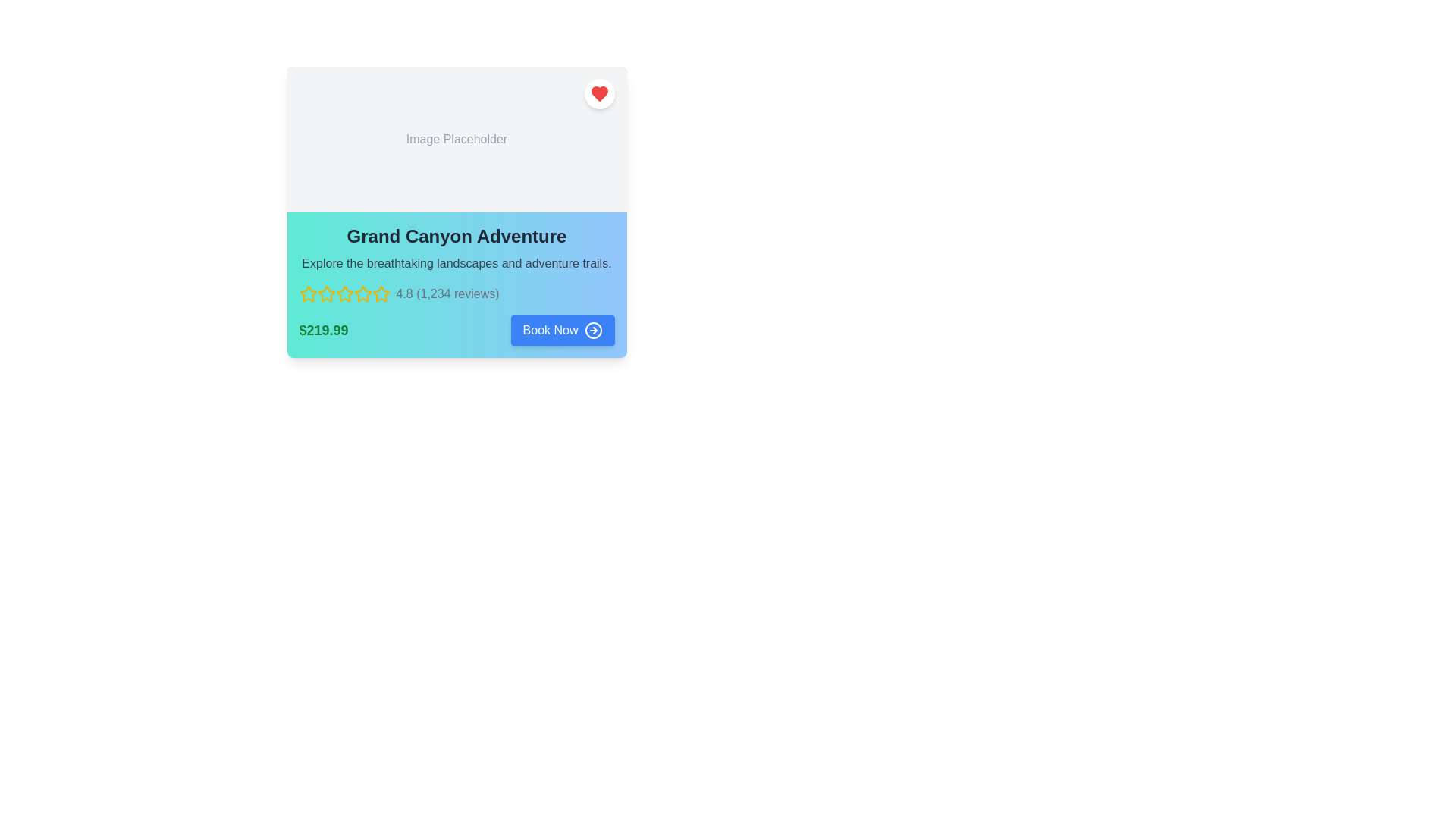 The height and width of the screenshot is (819, 1456). I want to click on the fourth star in the star rating icon, so click(344, 294).